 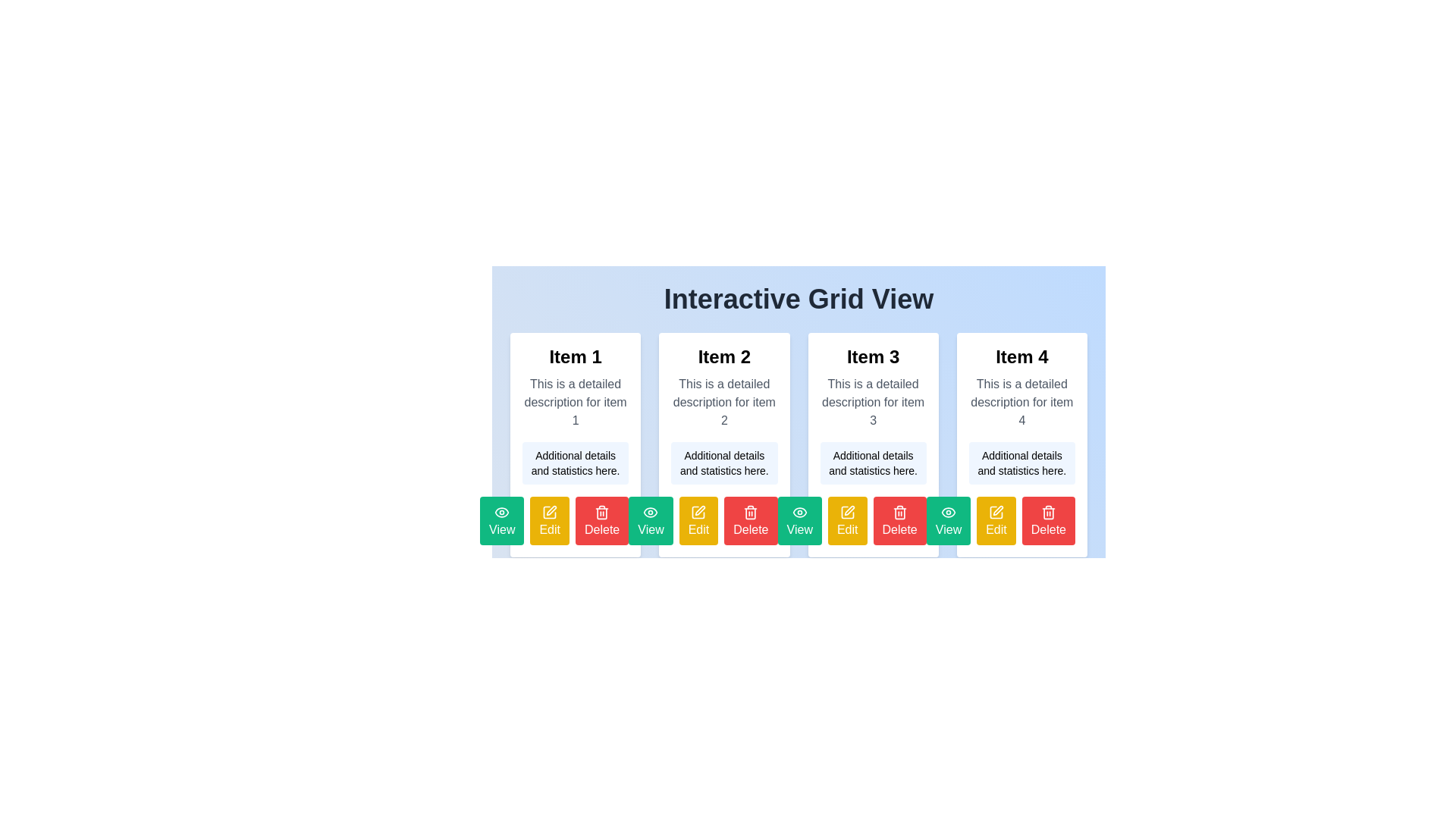 What do you see at coordinates (723, 402) in the screenshot?
I see `the description text block for 'Item 2', which is positioned directly below the title and above the additional details section in the second card of a horizontal grid layout` at bounding box center [723, 402].